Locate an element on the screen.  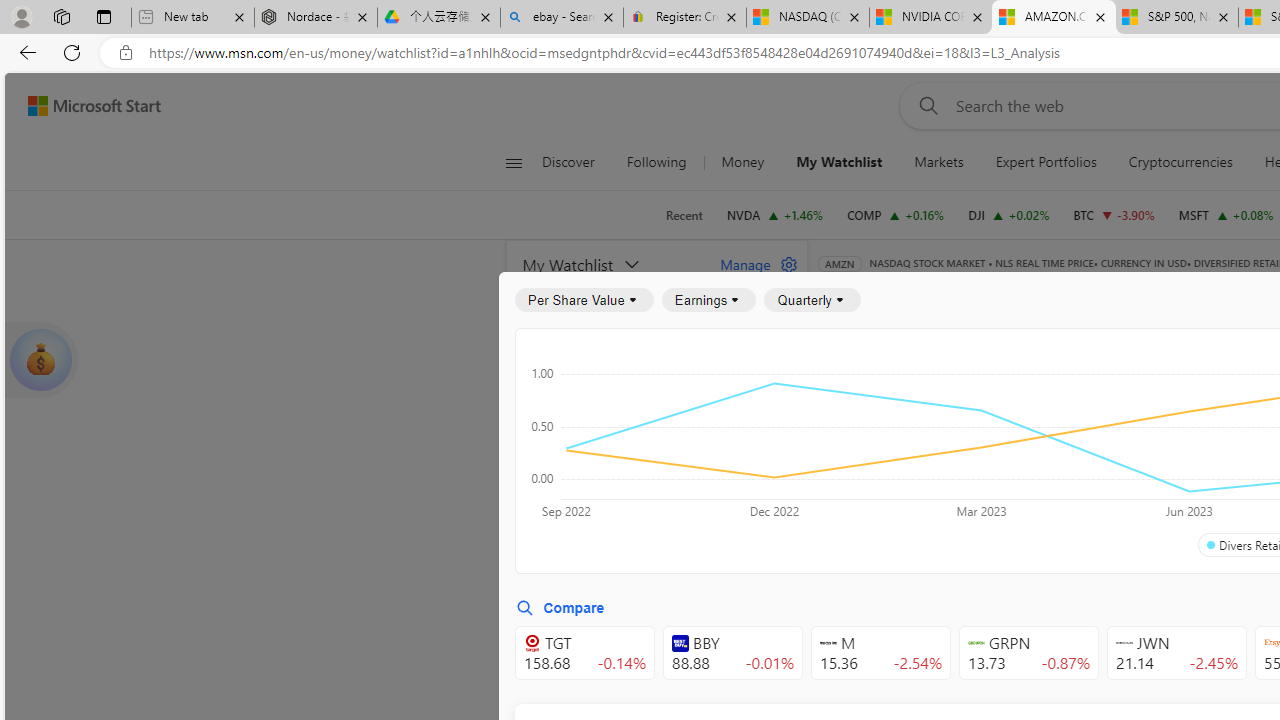
'NVDA NVIDIA CORPORATION increase 128.30 +1.84 +1.46%' is located at coordinates (774, 214).